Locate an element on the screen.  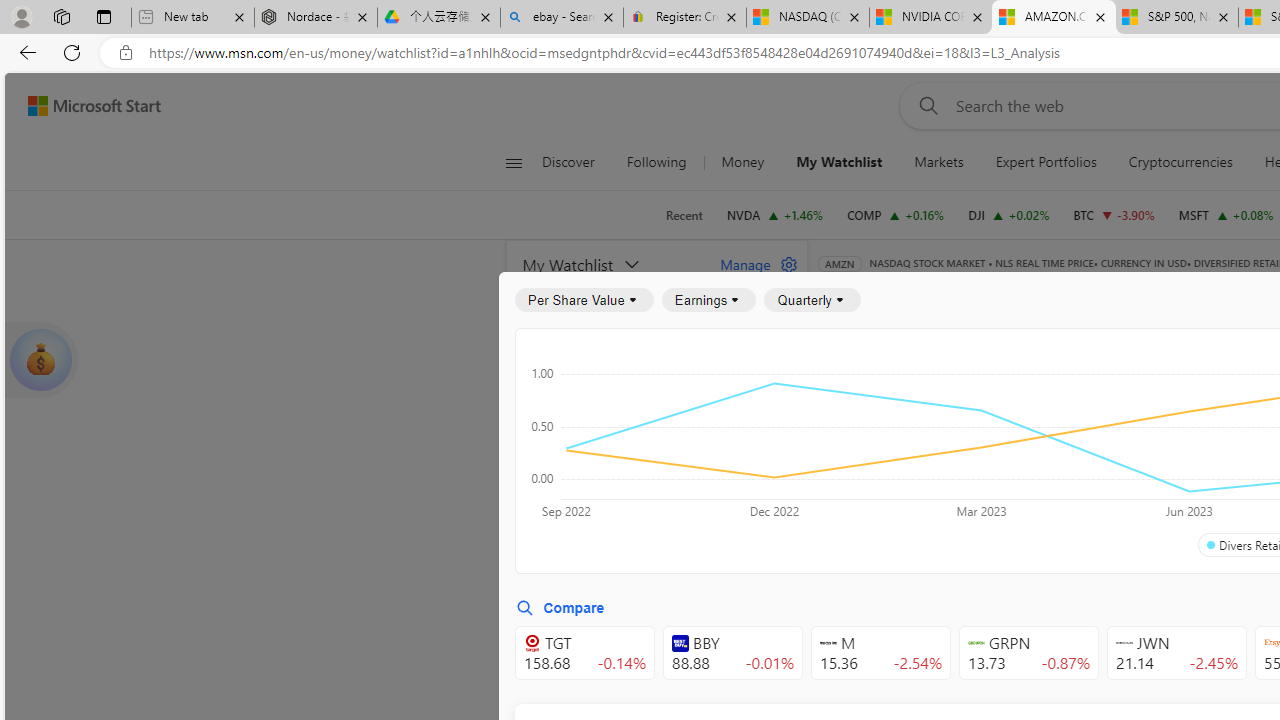
'NVDA NVIDIA CORPORATION increase 128.30 +1.84 +1.46%' is located at coordinates (774, 214).